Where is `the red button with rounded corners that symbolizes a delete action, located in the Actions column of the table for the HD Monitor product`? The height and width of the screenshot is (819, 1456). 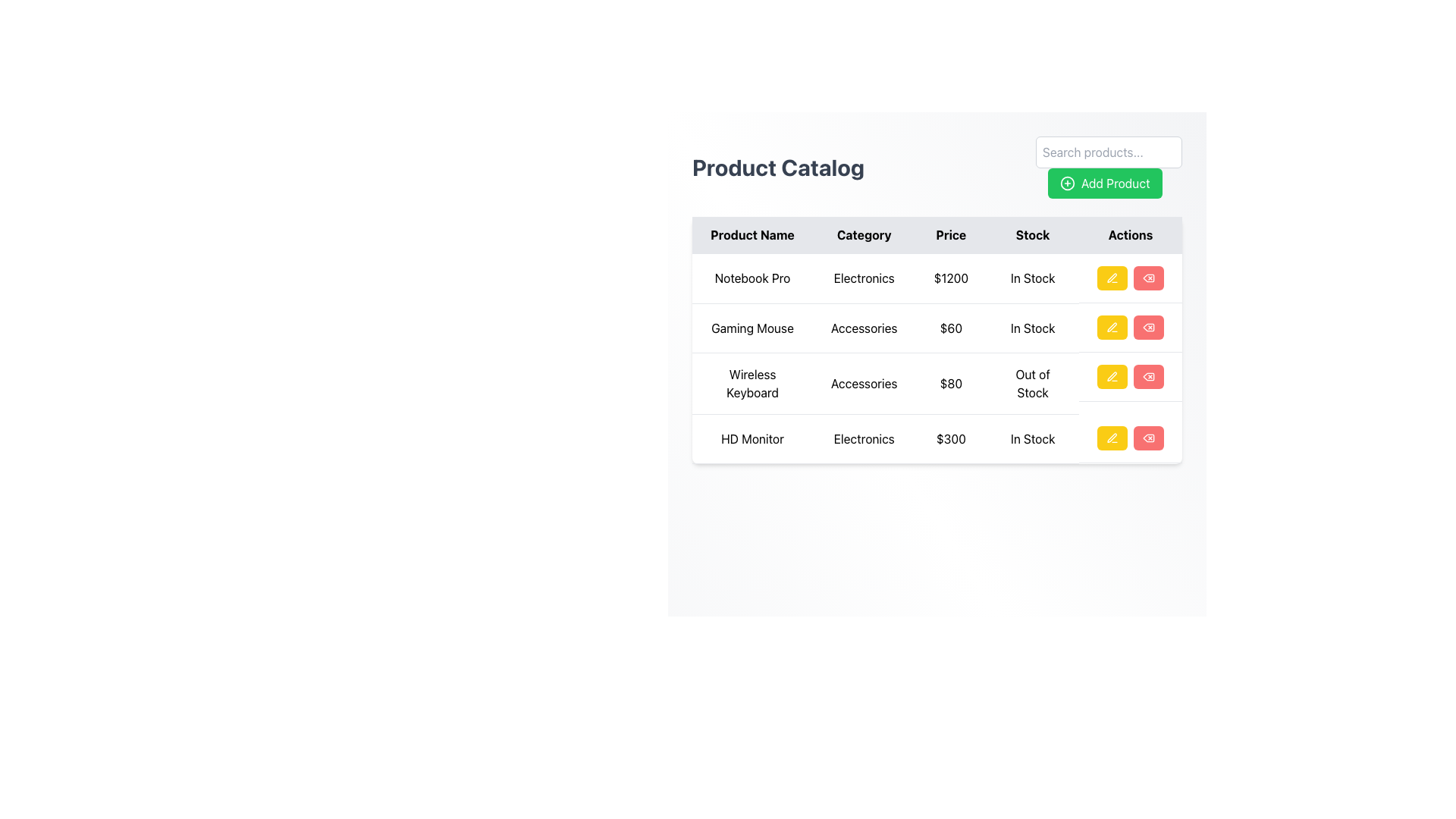 the red button with rounded corners that symbolizes a delete action, located in the Actions column of the table for the HD Monitor product is located at coordinates (1149, 278).